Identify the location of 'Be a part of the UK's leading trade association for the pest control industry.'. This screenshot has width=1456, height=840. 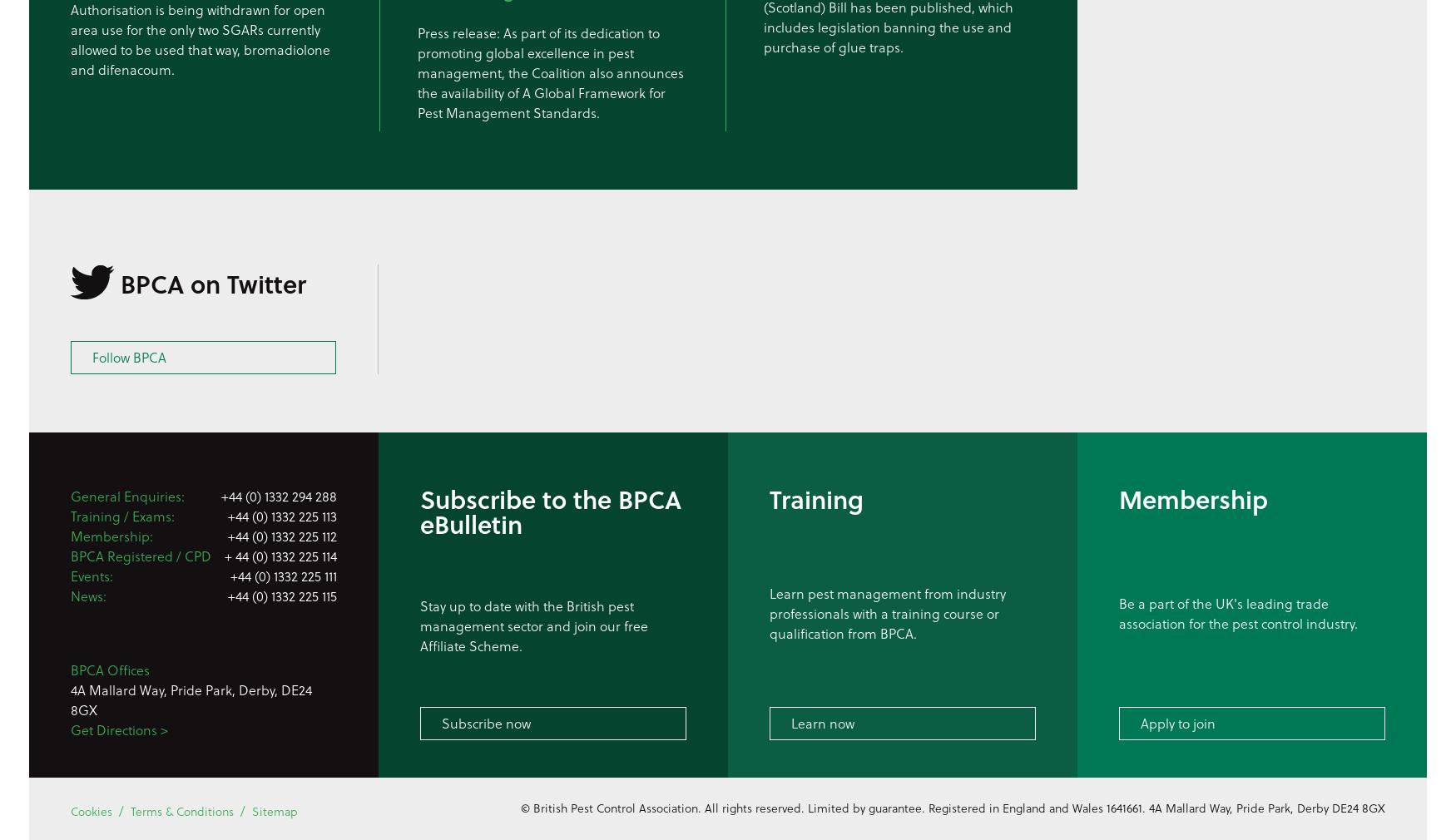
(1238, 611).